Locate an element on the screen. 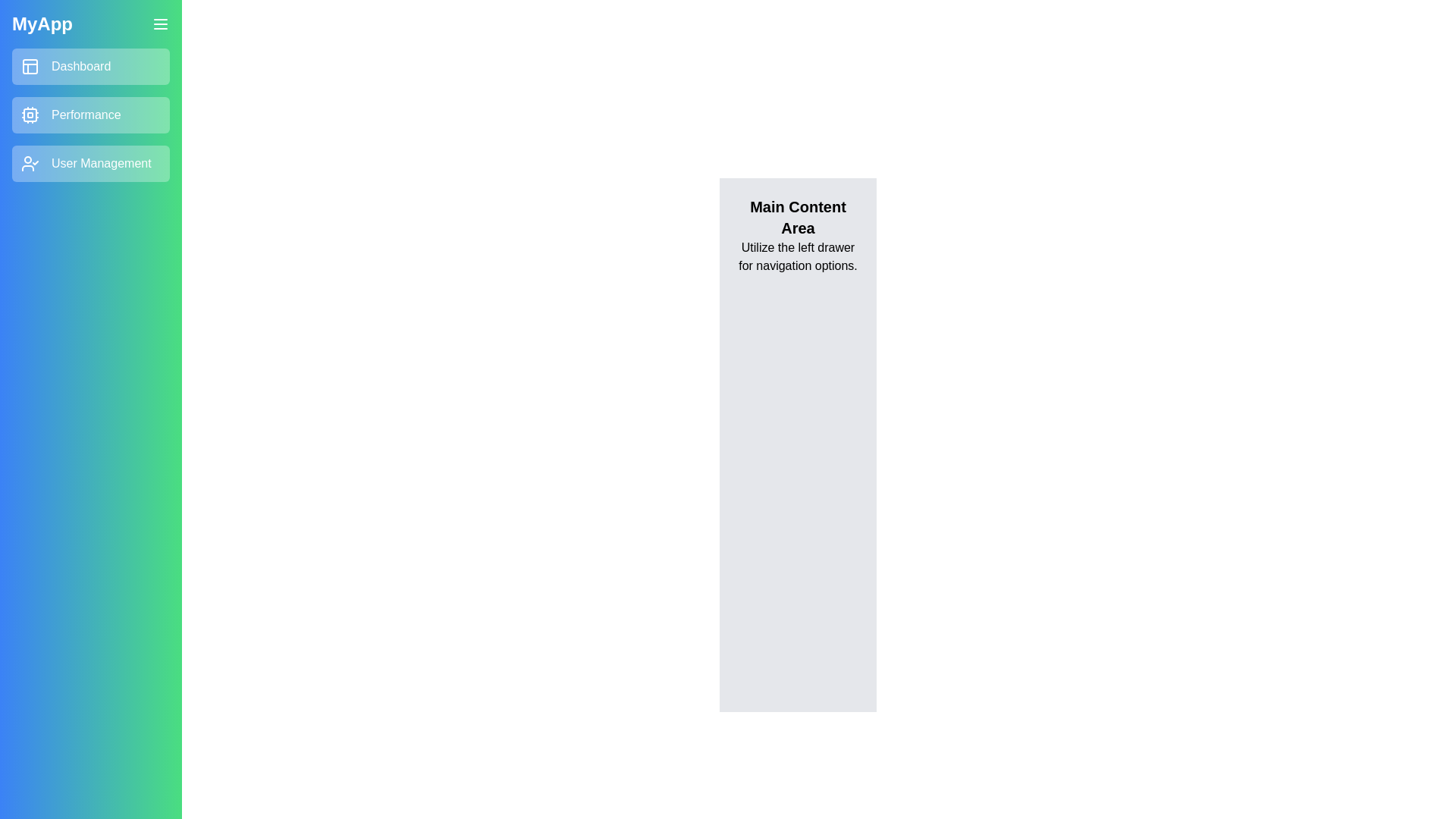 Image resolution: width=1456 pixels, height=819 pixels. the text 'Utilize the left drawer for navigation options.' in the main content area is located at coordinates (797, 256).